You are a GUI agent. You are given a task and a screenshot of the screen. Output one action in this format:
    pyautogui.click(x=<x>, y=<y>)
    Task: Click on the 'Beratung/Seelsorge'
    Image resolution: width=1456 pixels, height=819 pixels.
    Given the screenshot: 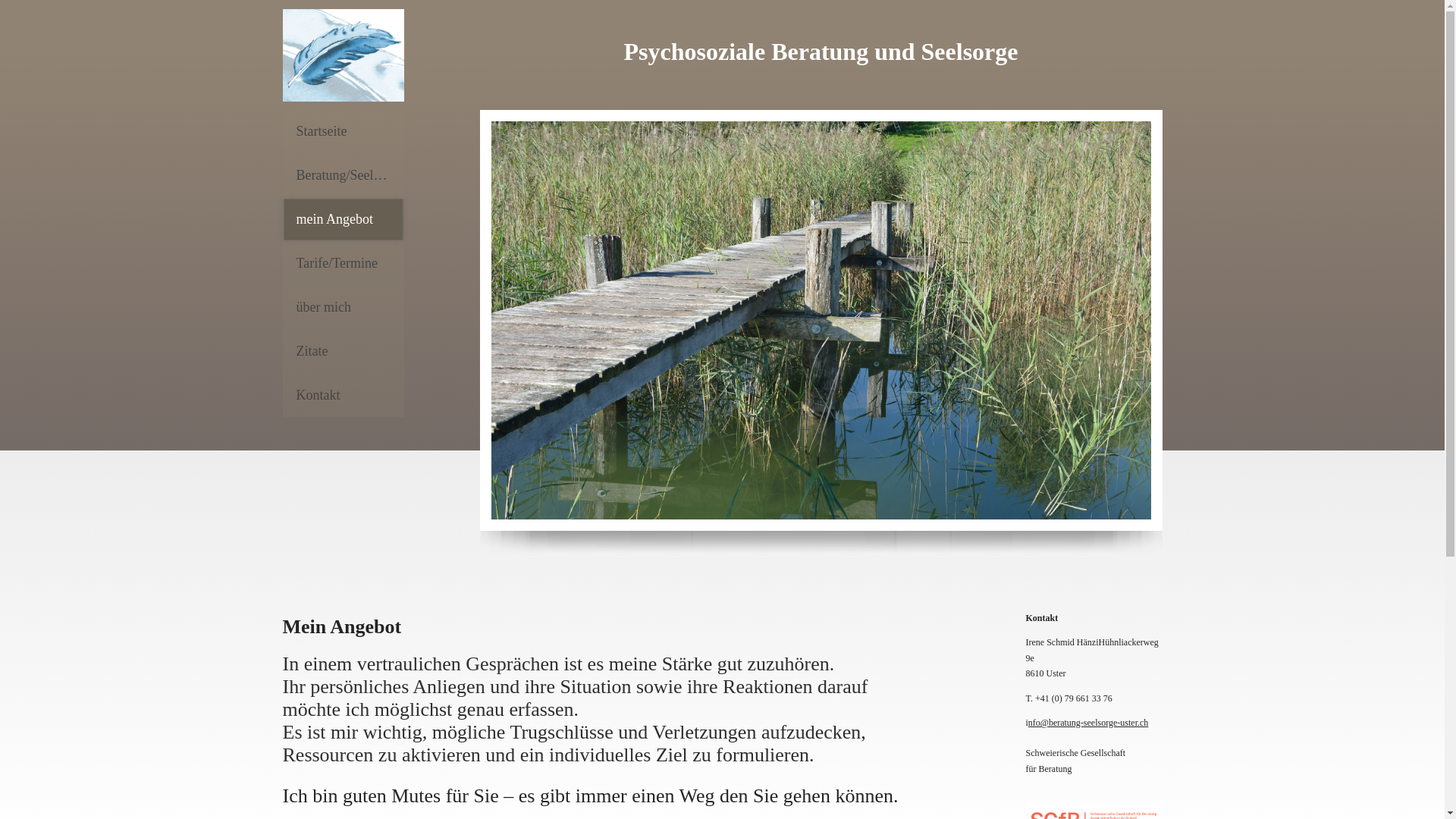 What is the action you would take?
    pyautogui.click(x=341, y=174)
    